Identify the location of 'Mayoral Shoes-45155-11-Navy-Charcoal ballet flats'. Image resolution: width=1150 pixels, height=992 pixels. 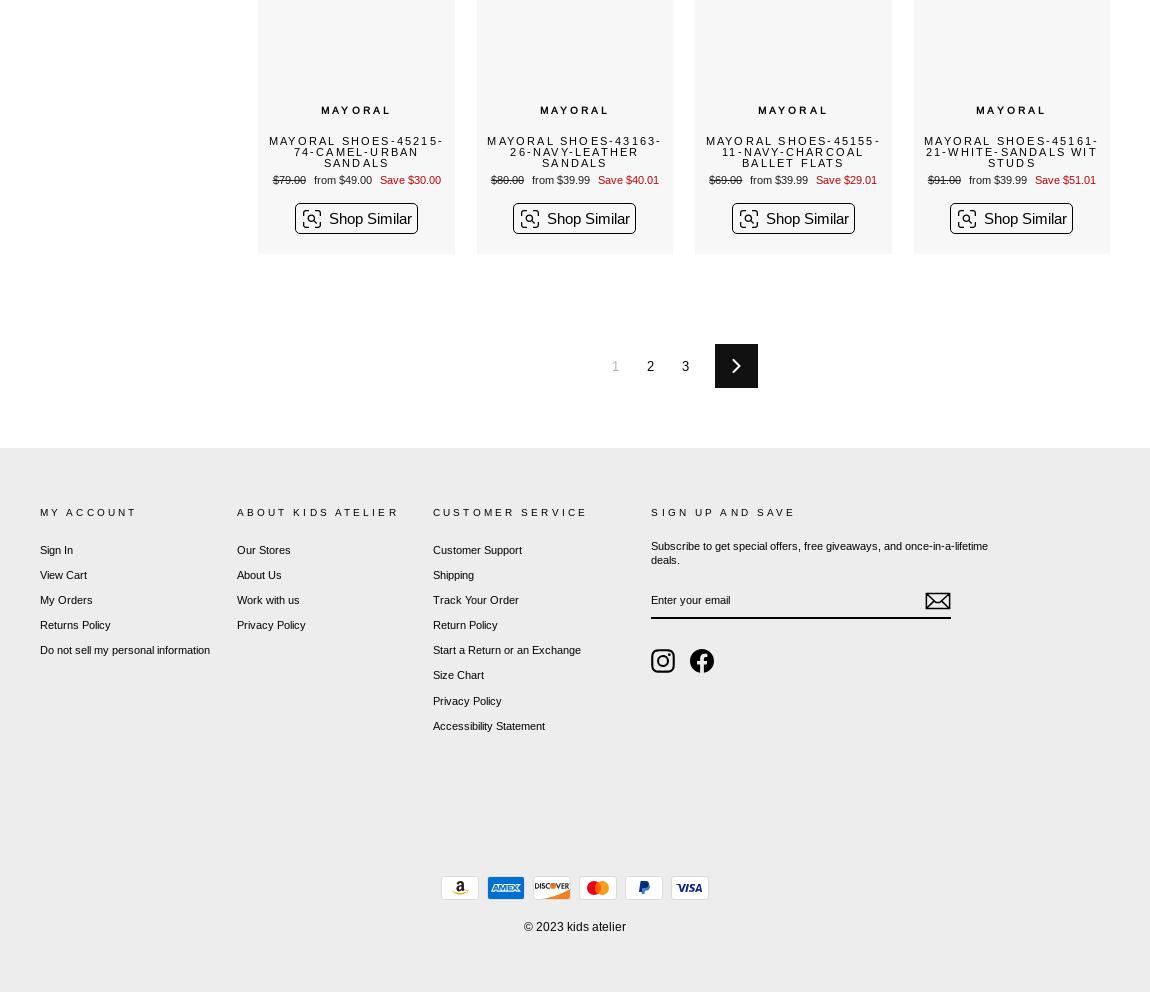
(791, 150).